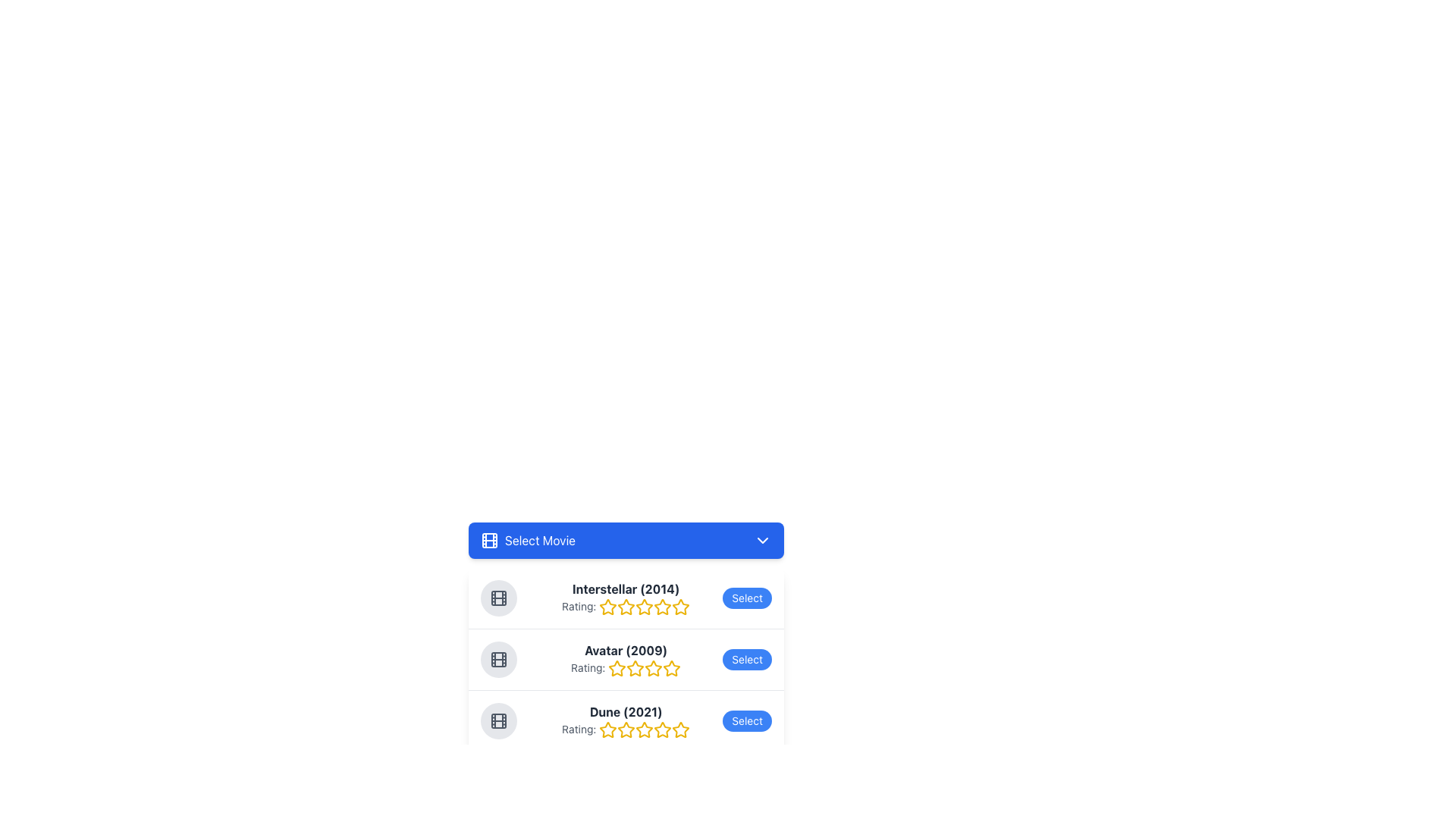 The width and height of the screenshot is (1456, 819). Describe the element at coordinates (635, 668) in the screenshot. I see `the third star icon in the five-star rating system for the movie Avatar (2009)` at that location.